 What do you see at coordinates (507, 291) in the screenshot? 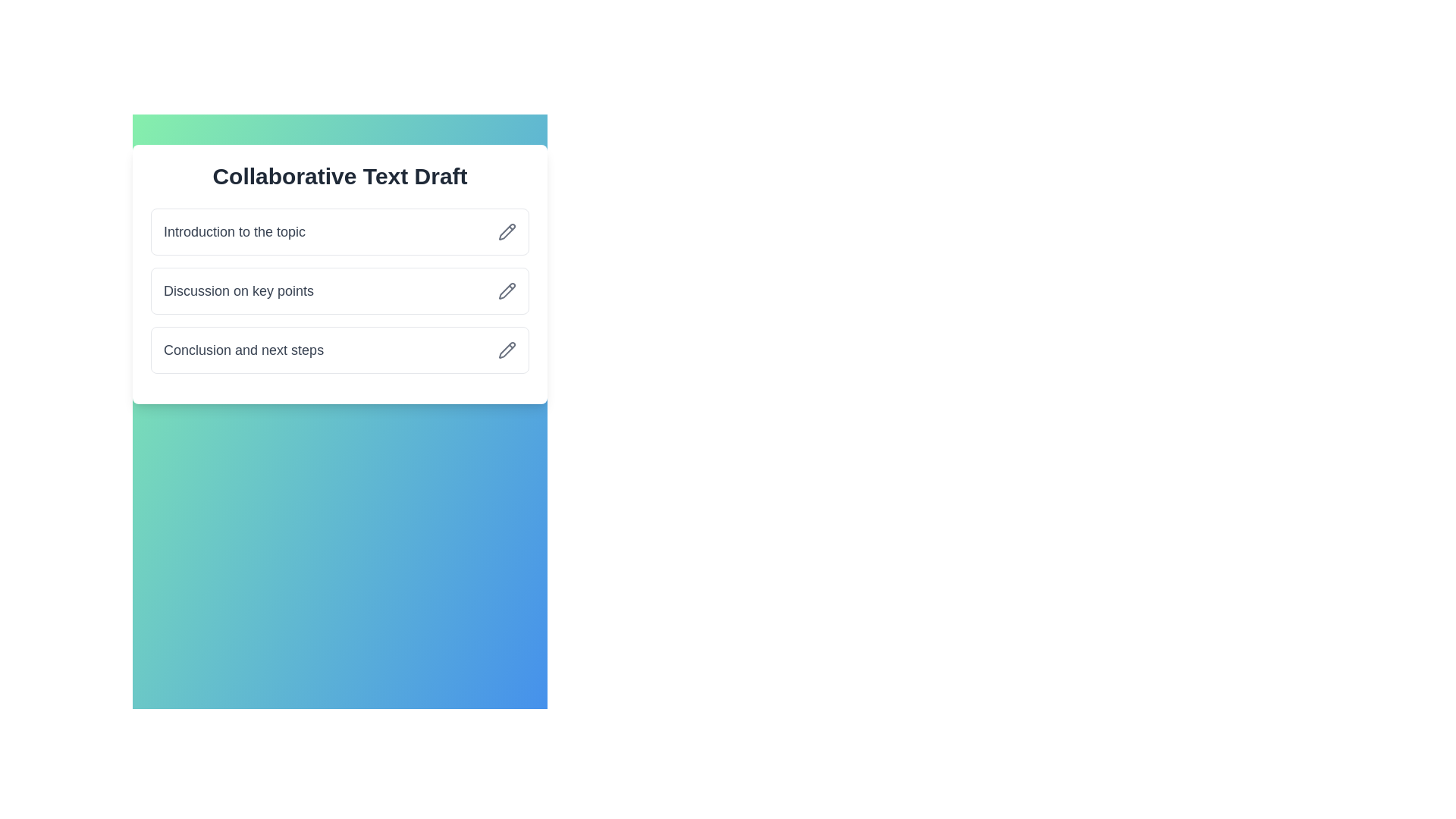
I see `the pencil icon, which symbolizes editing functionality` at bounding box center [507, 291].